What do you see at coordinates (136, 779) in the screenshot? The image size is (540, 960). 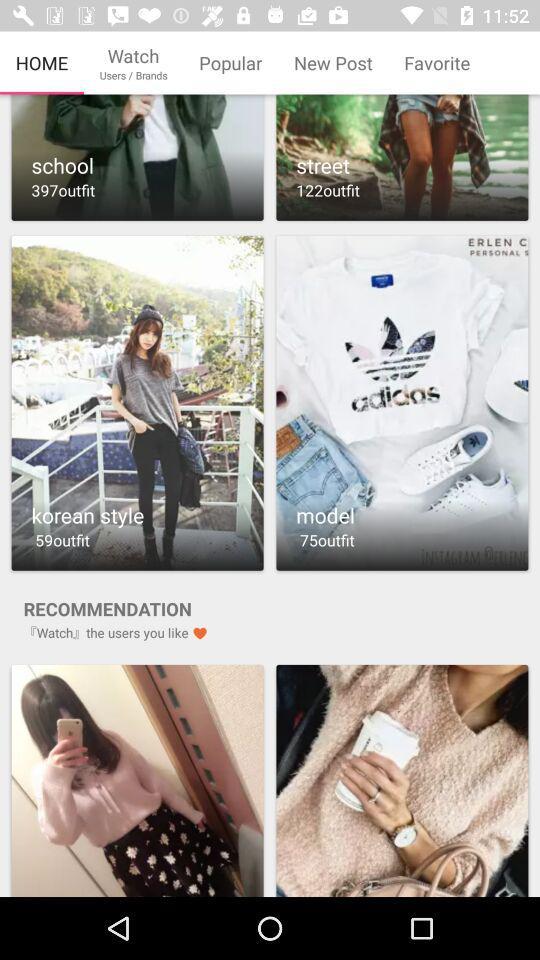 I see `outfit selection` at bounding box center [136, 779].